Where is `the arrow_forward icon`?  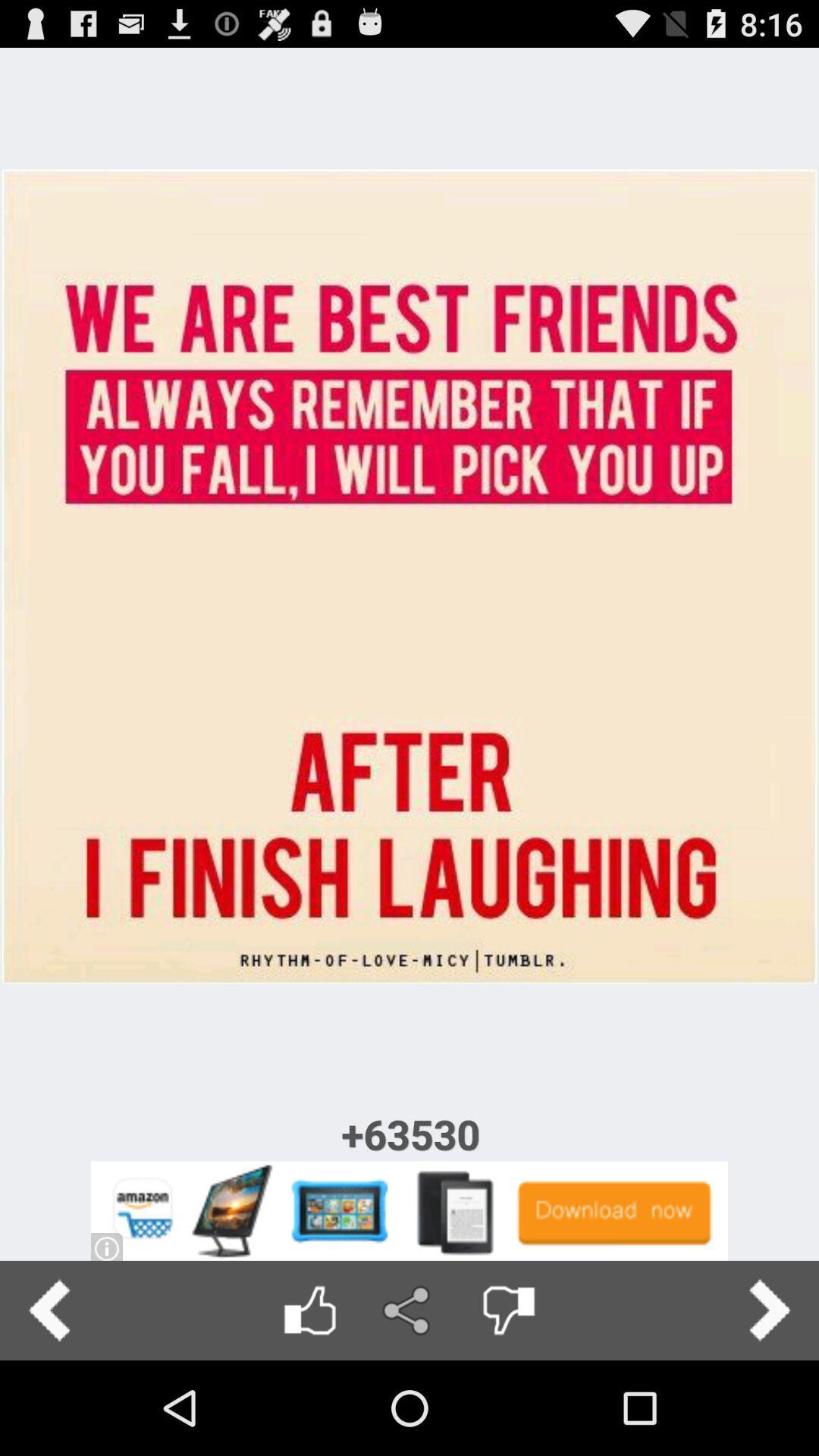
the arrow_forward icon is located at coordinates (769, 1401).